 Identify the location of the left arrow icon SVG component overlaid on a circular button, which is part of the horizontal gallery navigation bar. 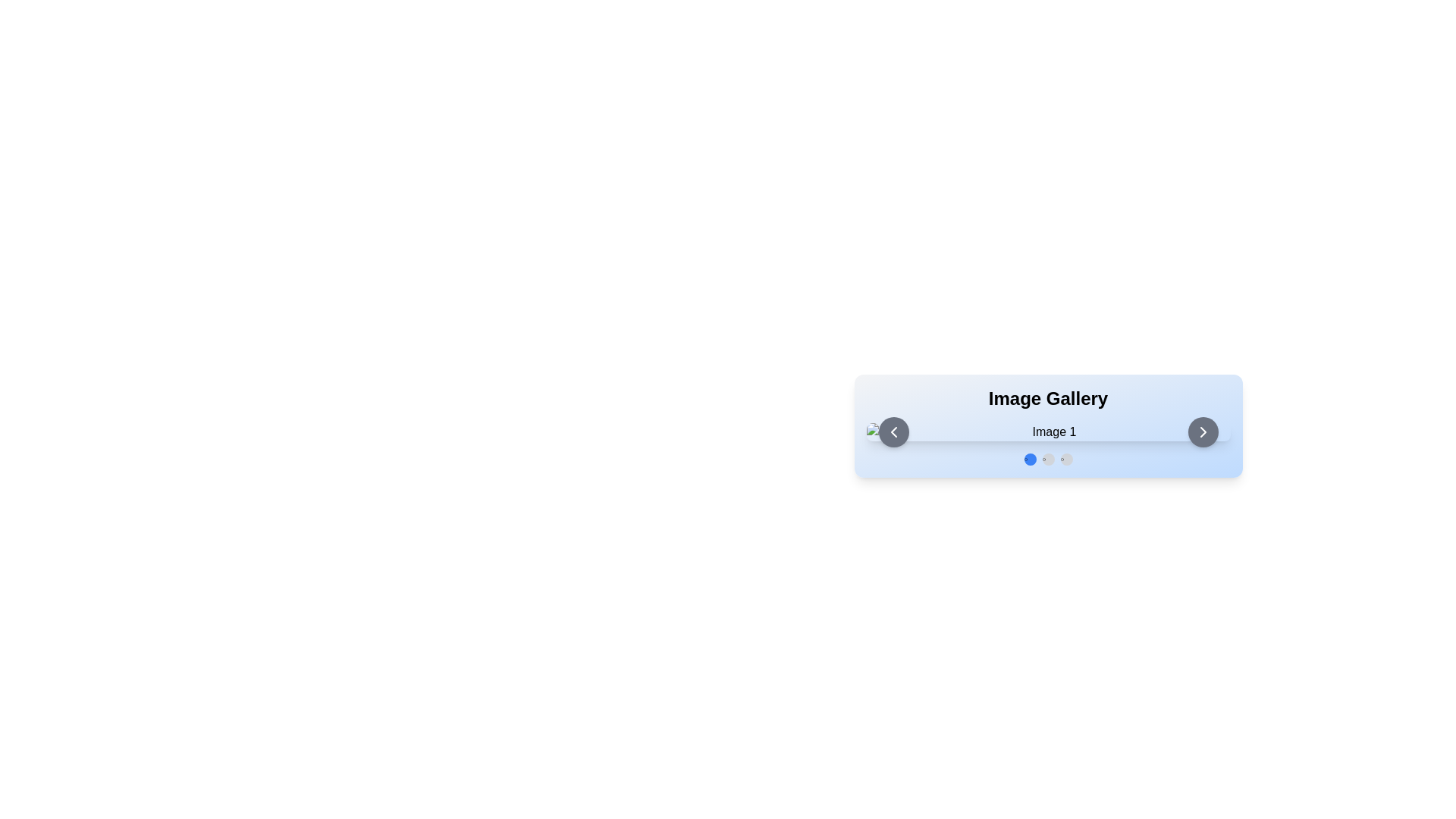
(893, 432).